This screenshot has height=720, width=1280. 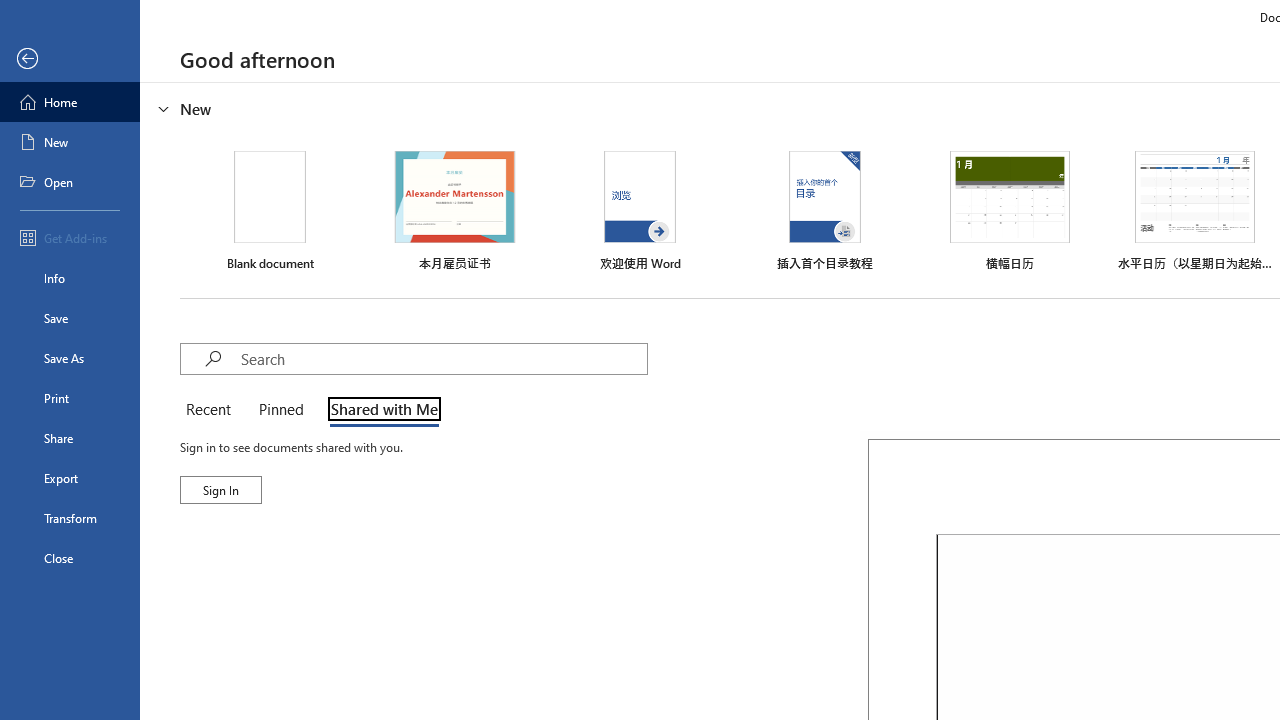 What do you see at coordinates (212, 410) in the screenshot?
I see `'Recent'` at bounding box center [212, 410].